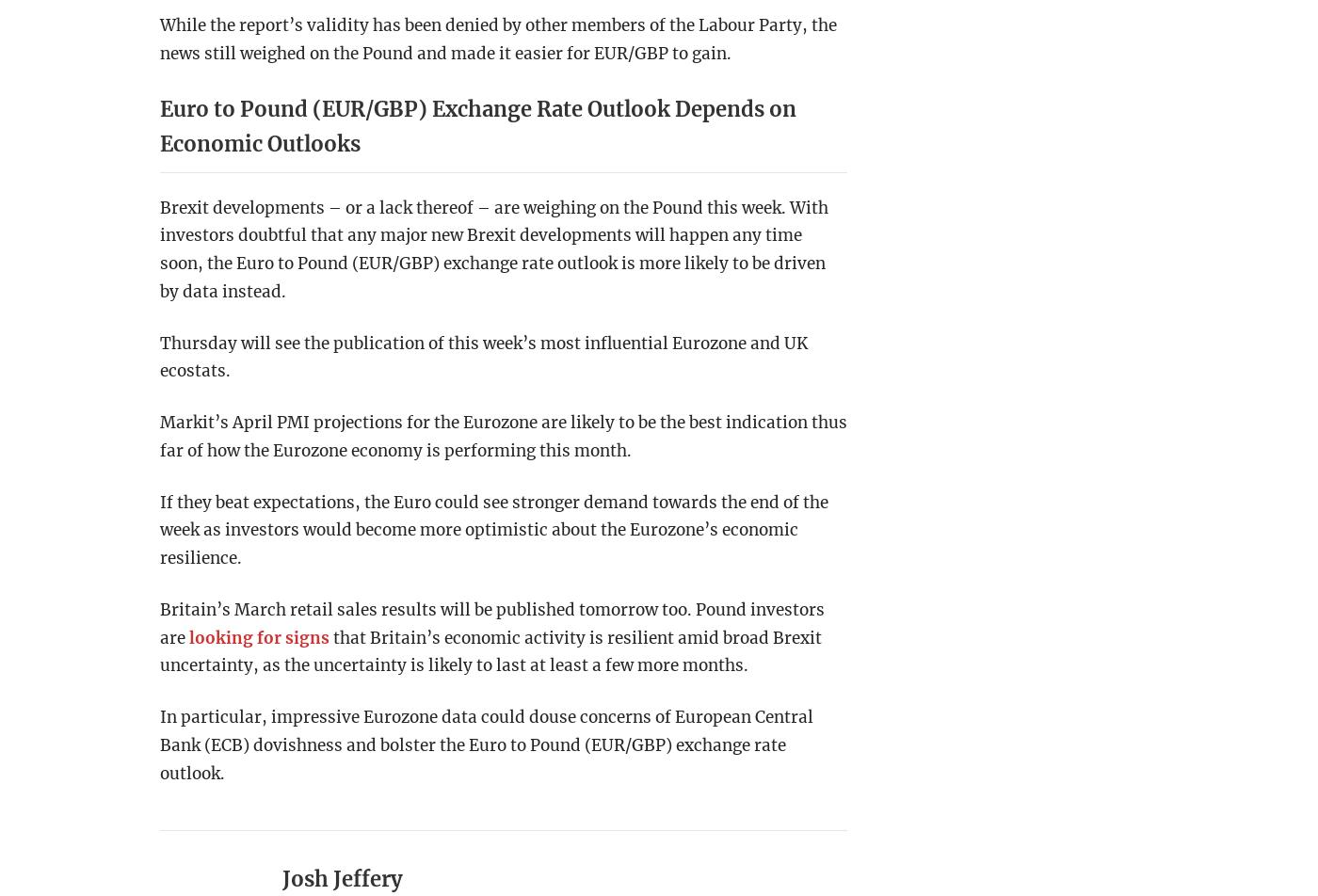  Describe the element at coordinates (494, 530) in the screenshot. I see `'If they beat expectations, the Euro could see stronger demand towards the end of the week as investors would become more optimistic about the Eurozone’s economic resilience.'` at that location.